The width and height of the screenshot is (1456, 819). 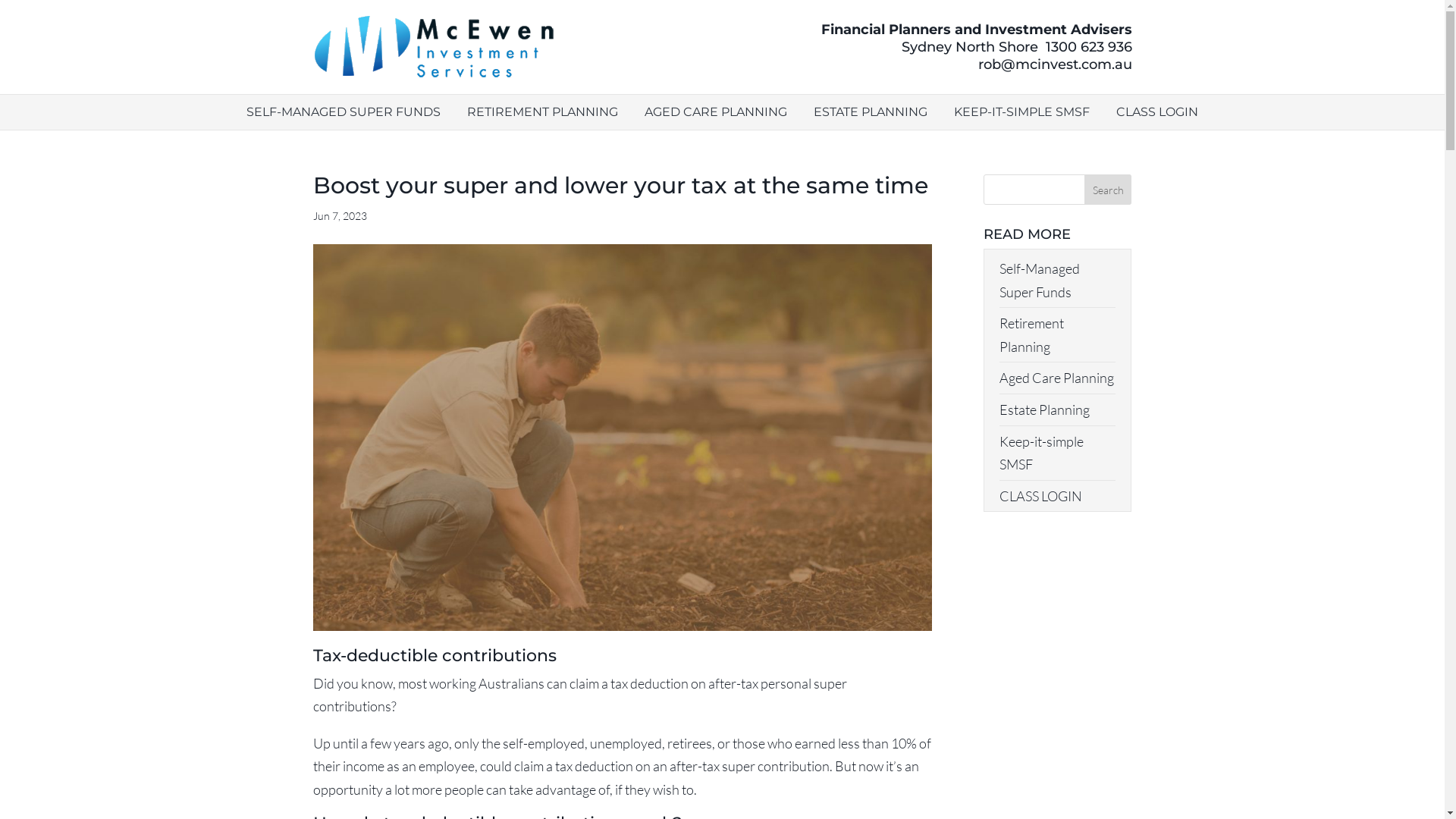 I want to click on 'Aged Care Planning', so click(x=1056, y=376).